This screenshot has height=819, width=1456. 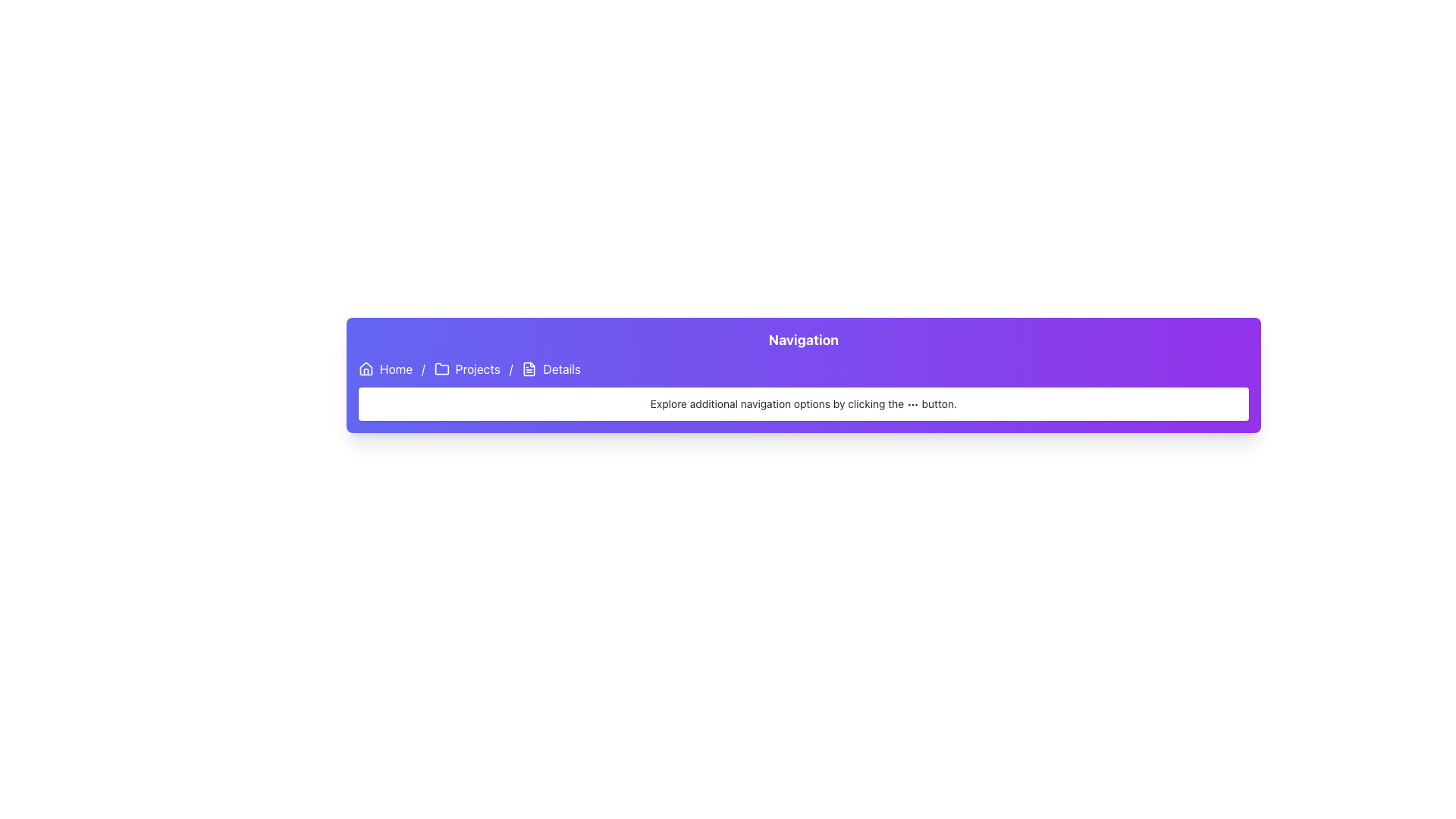 What do you see at coordinates (366, 369) in the screenshot?
I see `the house icon in the breadcrumb trail navigation bar` at bounding box center [366, 369].